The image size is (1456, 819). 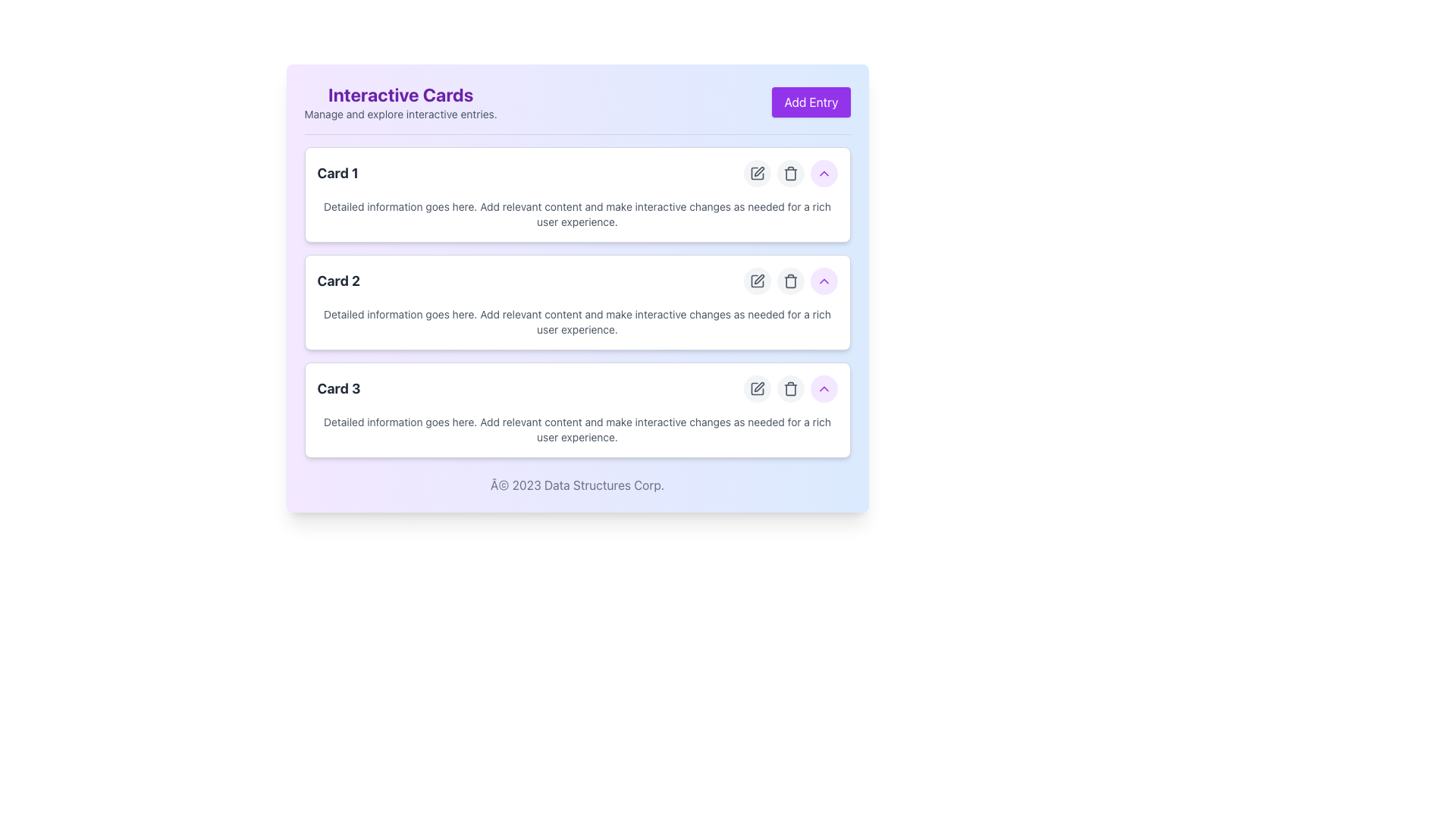 I want to click on the collapse/expand icon located in the right corner of the third card, so click(x=823, y=172).